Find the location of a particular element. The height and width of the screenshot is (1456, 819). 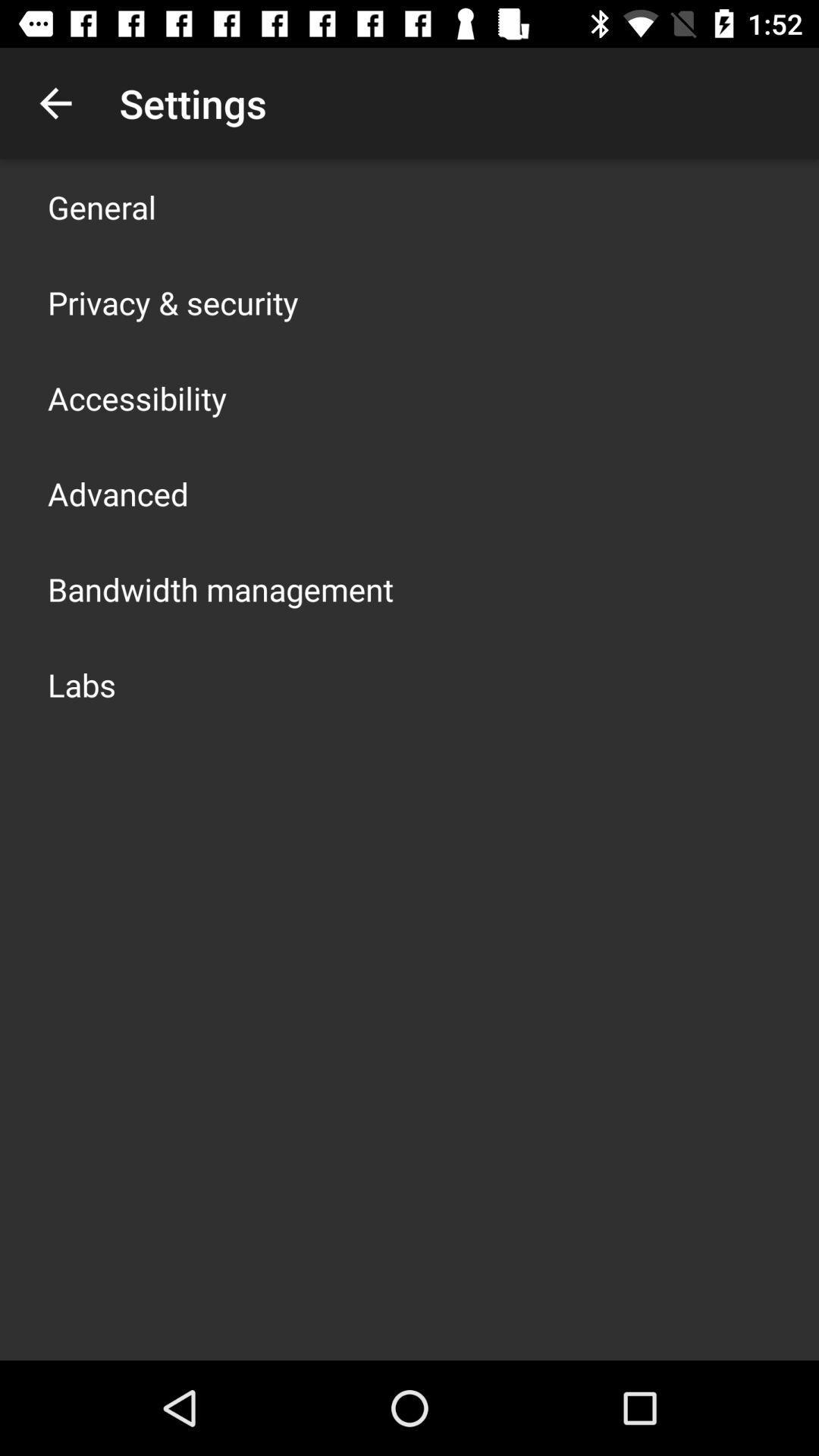

bandwidth management is located at coordinates (220, 588).